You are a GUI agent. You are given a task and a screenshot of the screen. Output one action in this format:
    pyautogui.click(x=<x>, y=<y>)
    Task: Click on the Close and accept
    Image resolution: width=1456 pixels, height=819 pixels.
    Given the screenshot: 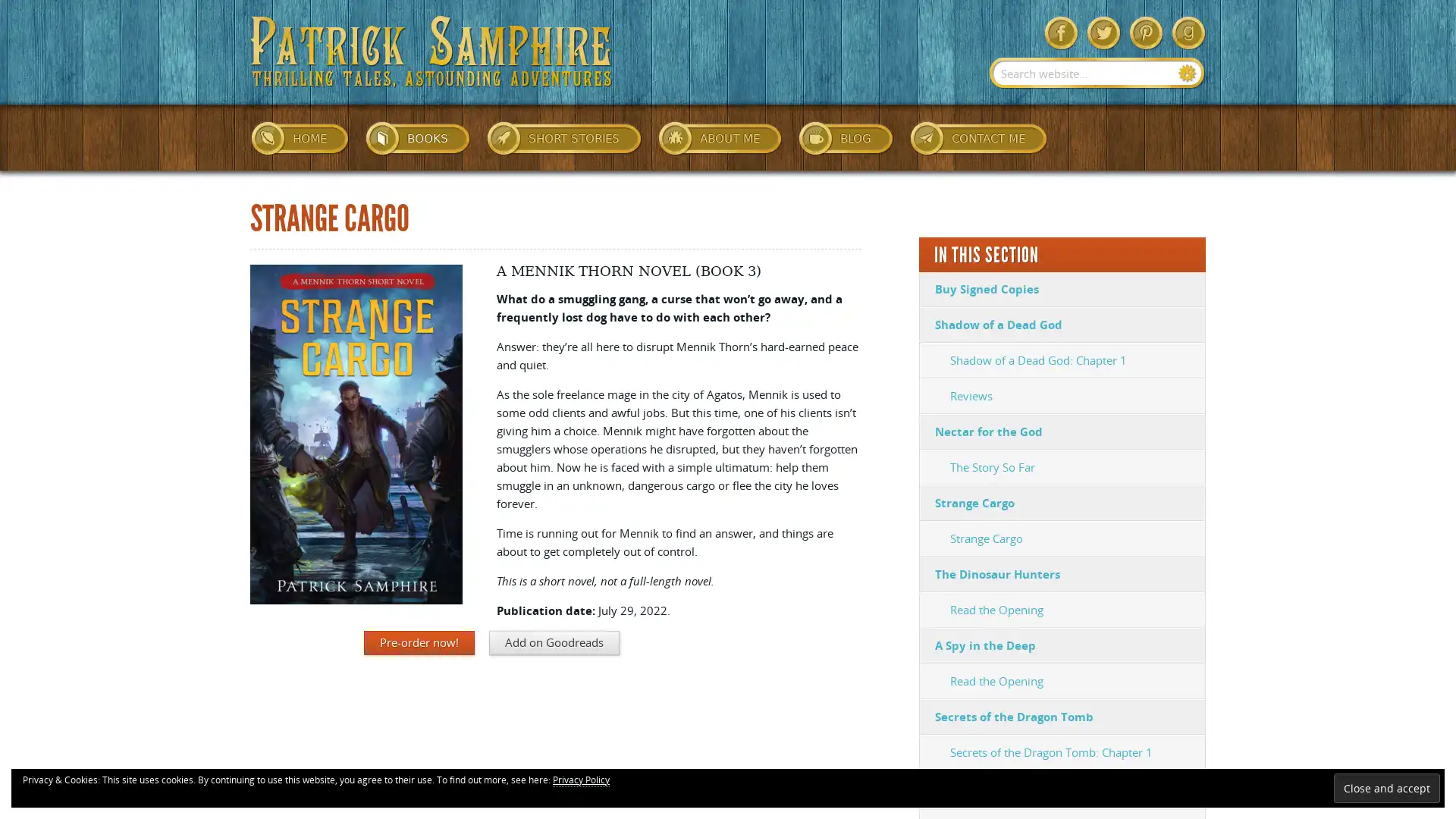 What is the action you would take?
    pyautogui.click(x=1386, y=787)
    